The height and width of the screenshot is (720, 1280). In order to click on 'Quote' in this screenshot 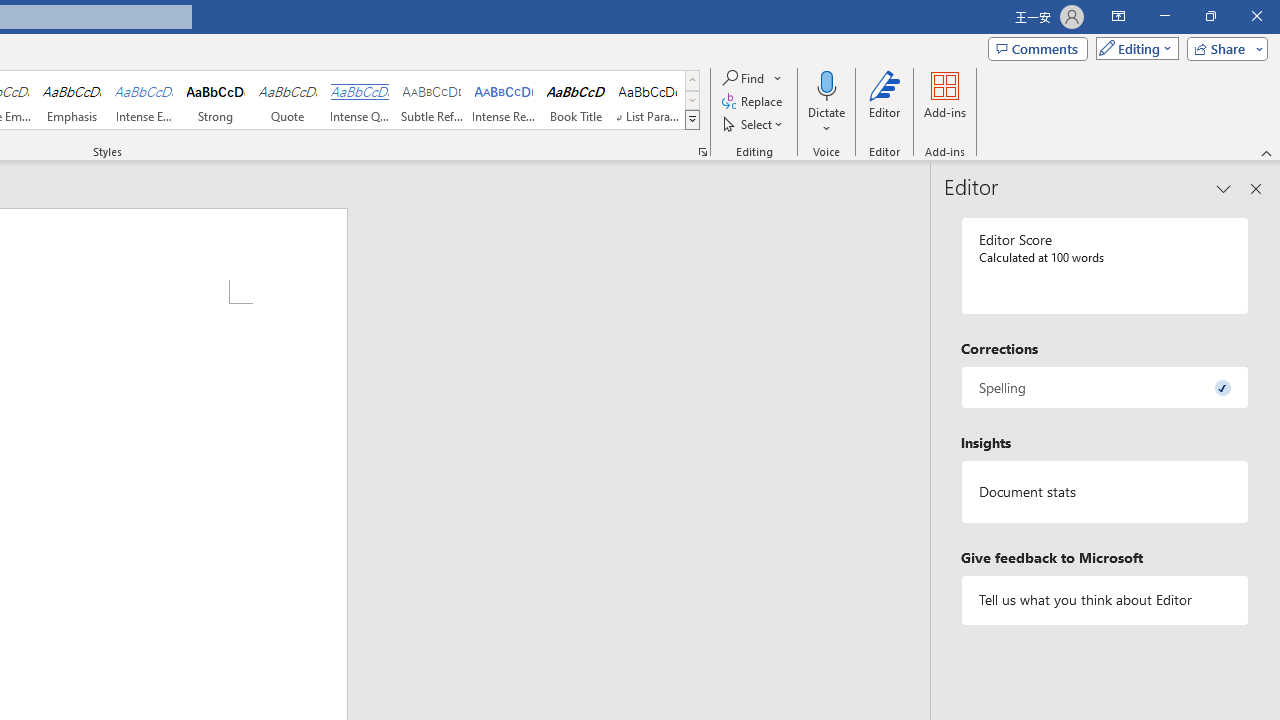, I will do `click(287, 100)`.